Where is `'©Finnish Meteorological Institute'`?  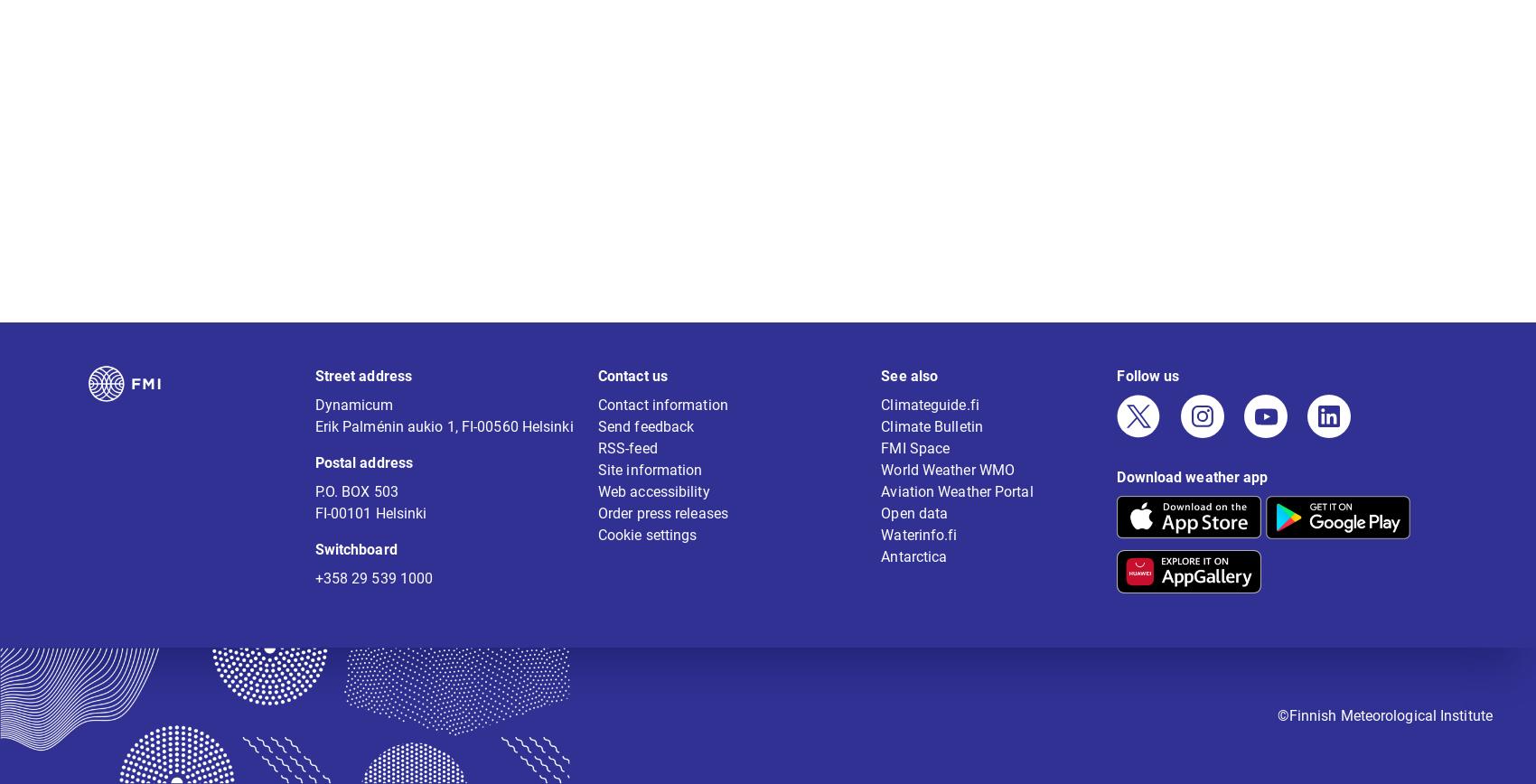
'©Finnish Meteorological Institute' is located at coordinates (1384, 727).